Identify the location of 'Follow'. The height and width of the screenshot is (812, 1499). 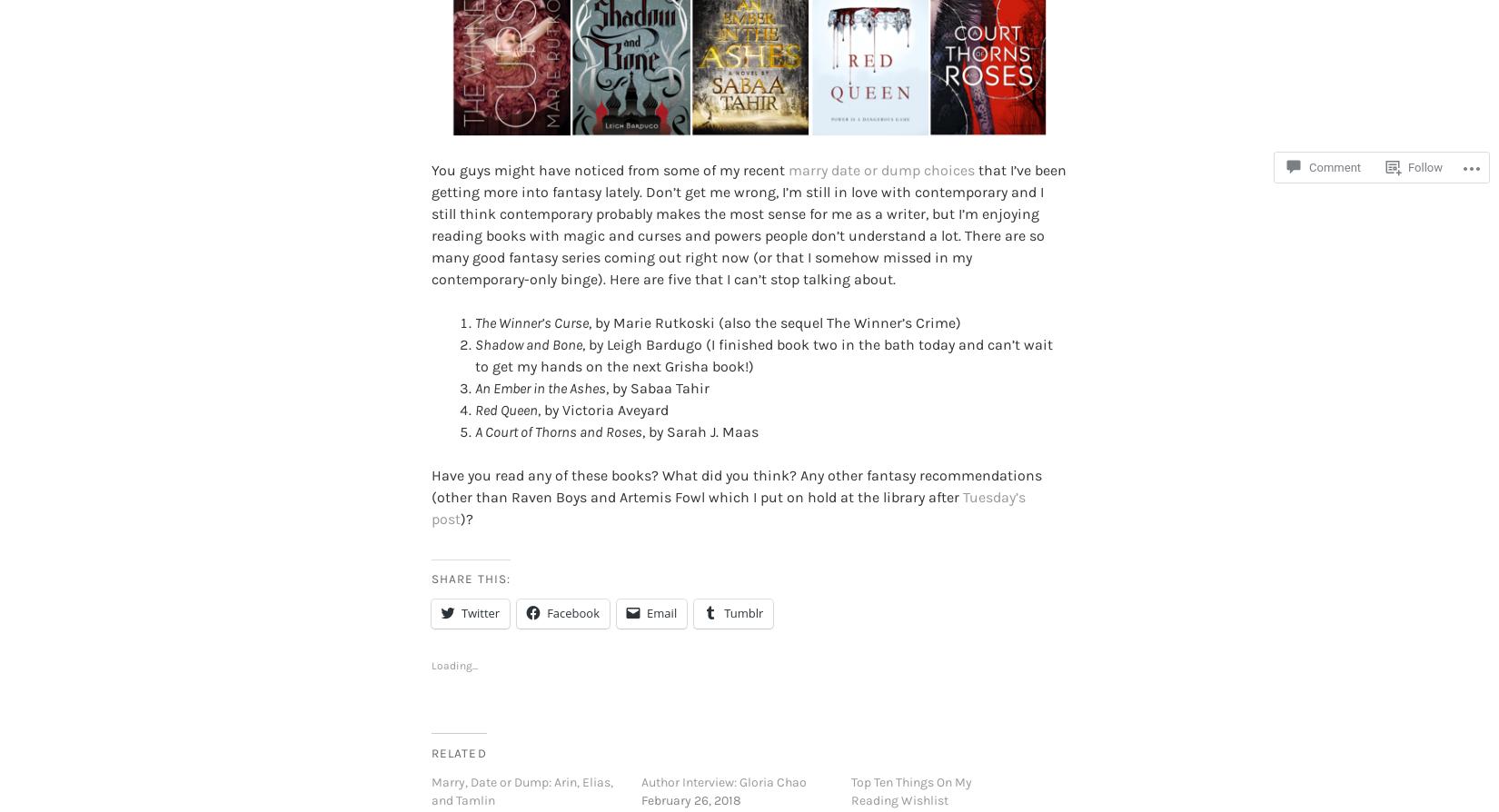
(1424, 167).